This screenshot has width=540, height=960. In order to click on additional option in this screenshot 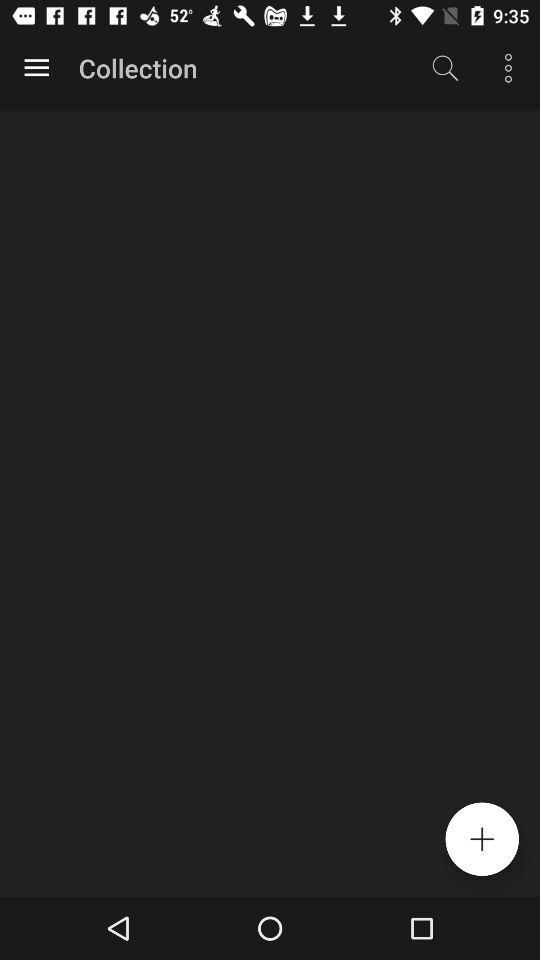, I will do `click(481, 839)`.